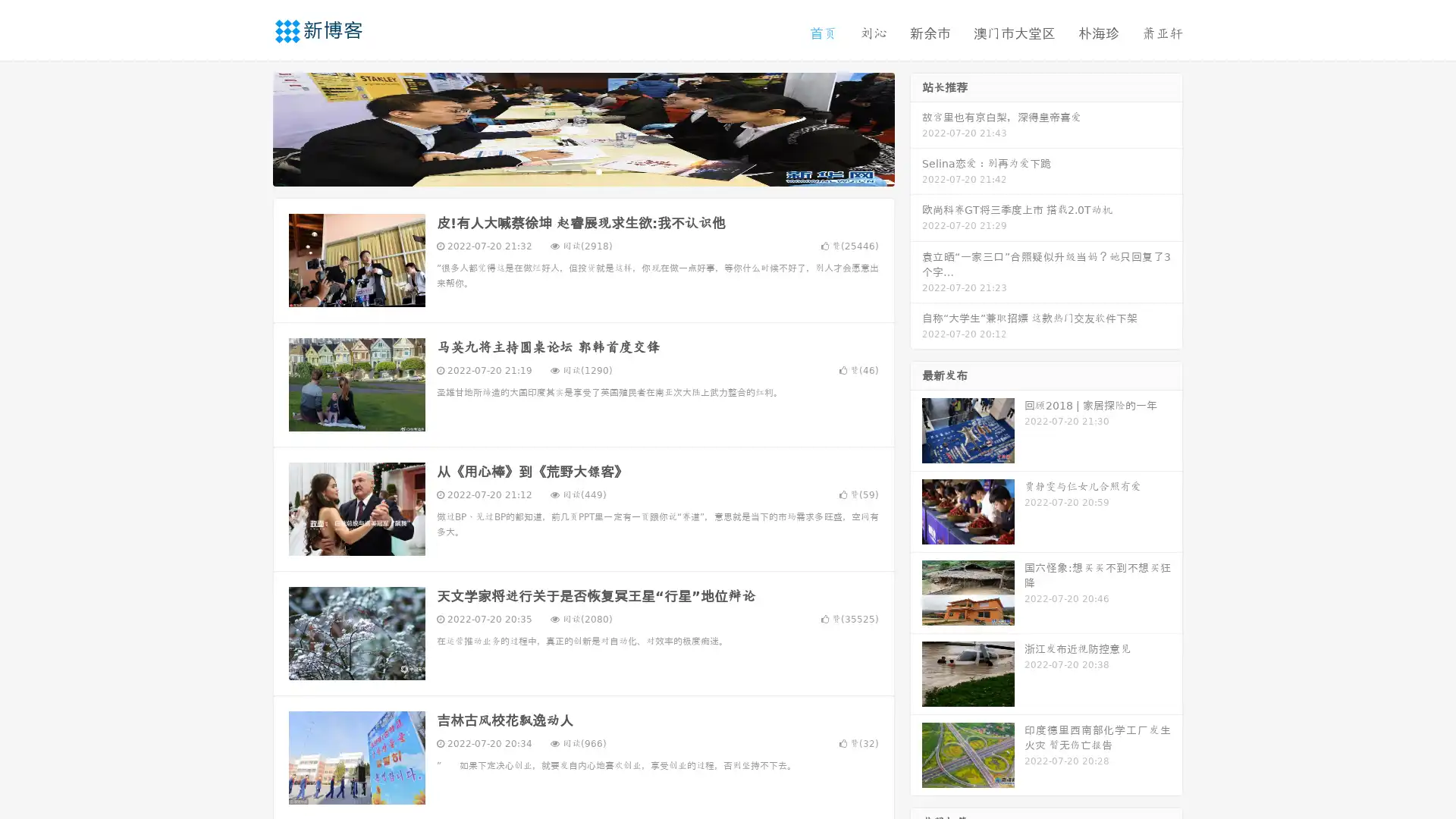 The height and width of the screenshot is (819, 1456). I want to click on Go to slide 1, so click(567, 171).